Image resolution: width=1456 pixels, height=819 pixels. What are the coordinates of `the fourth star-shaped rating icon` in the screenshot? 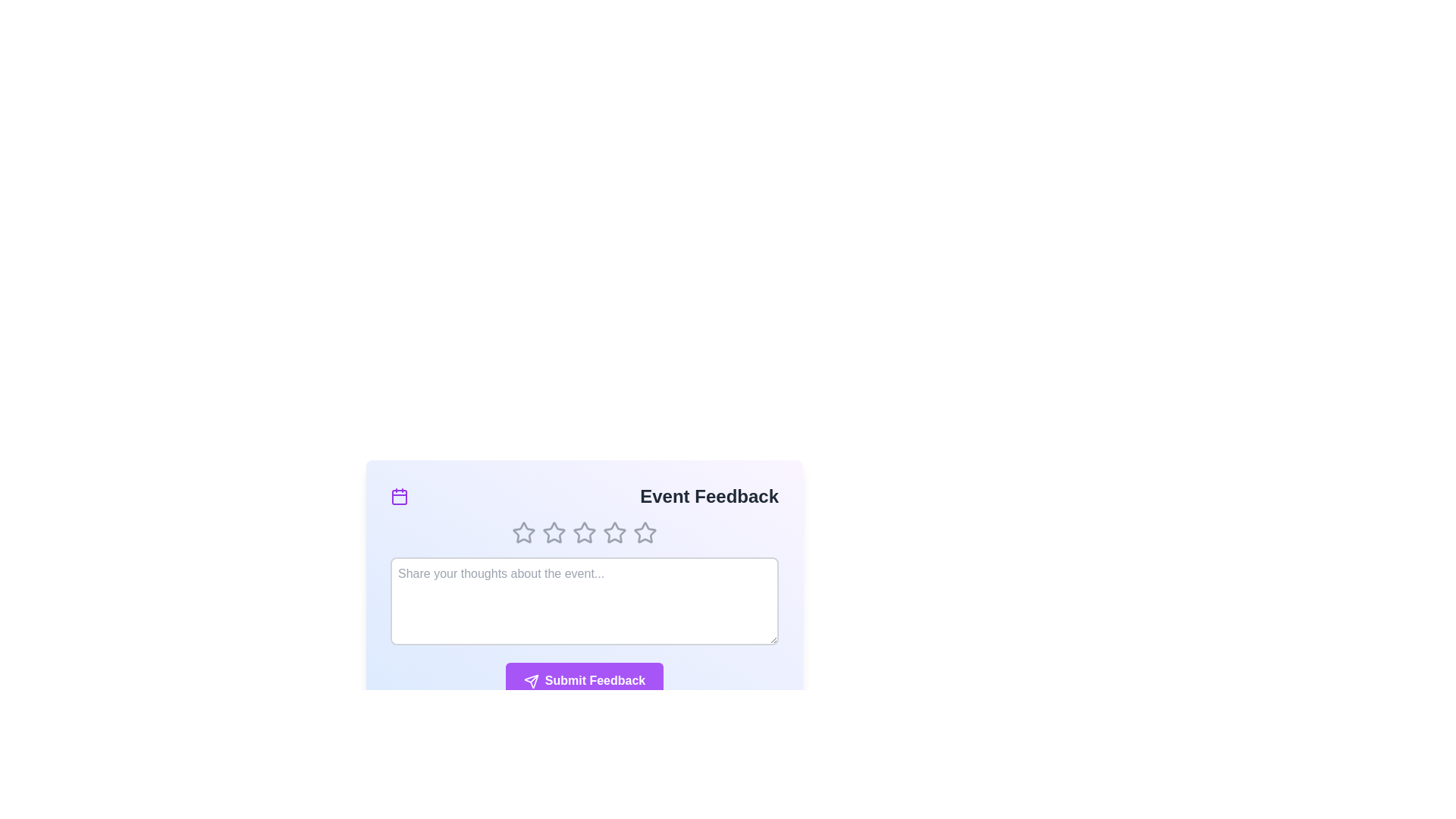 It's located at (615, 532).